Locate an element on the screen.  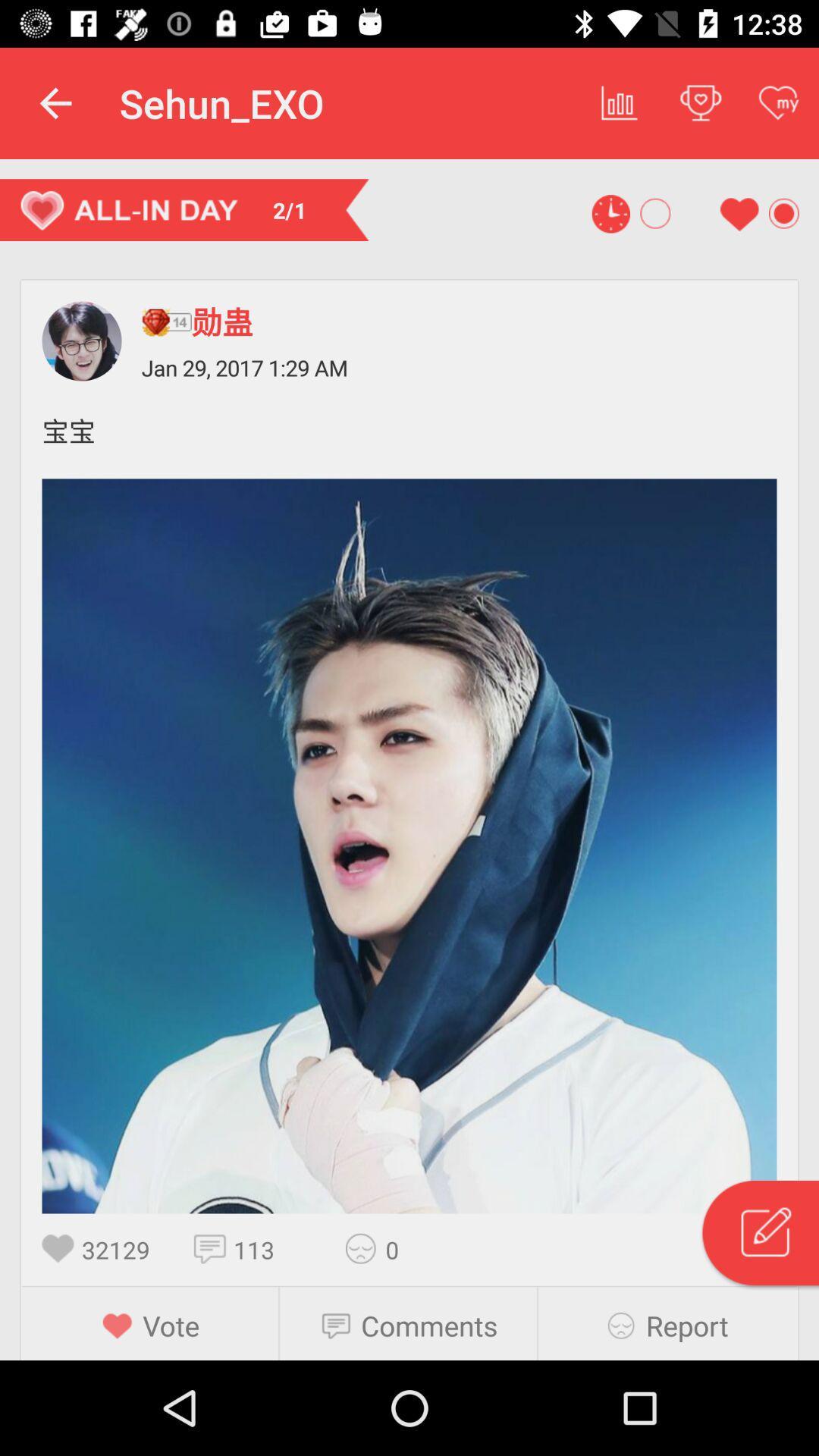
item above comments item is located at coordinates (366, 1248).